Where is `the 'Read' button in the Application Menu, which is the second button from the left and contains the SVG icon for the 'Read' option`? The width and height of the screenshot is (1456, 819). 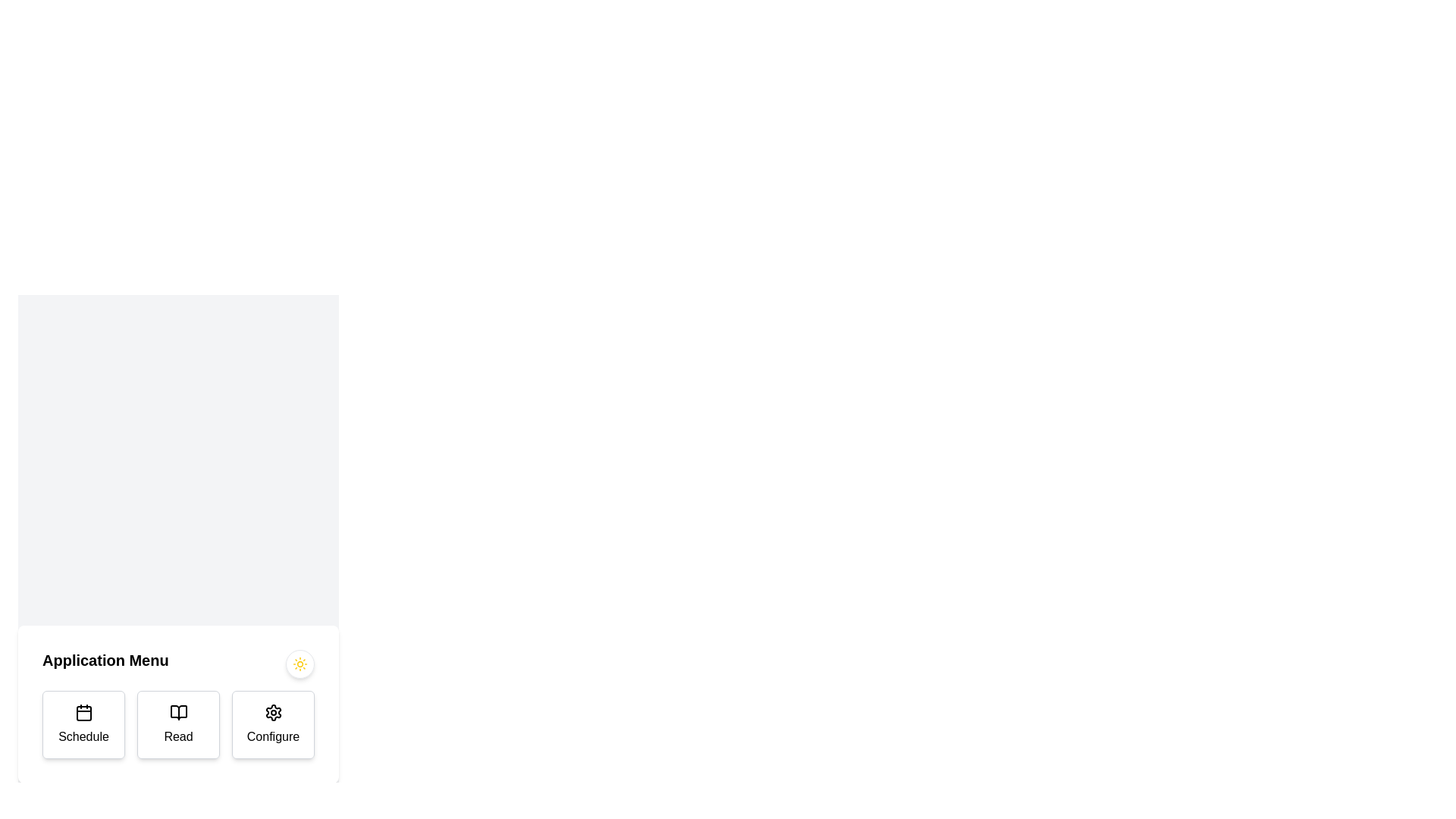 the 'Read' button in the Application Menu, which is the second button from the left and contains the SVG icon for the 'Read' option is located at coordinates (178, 713).